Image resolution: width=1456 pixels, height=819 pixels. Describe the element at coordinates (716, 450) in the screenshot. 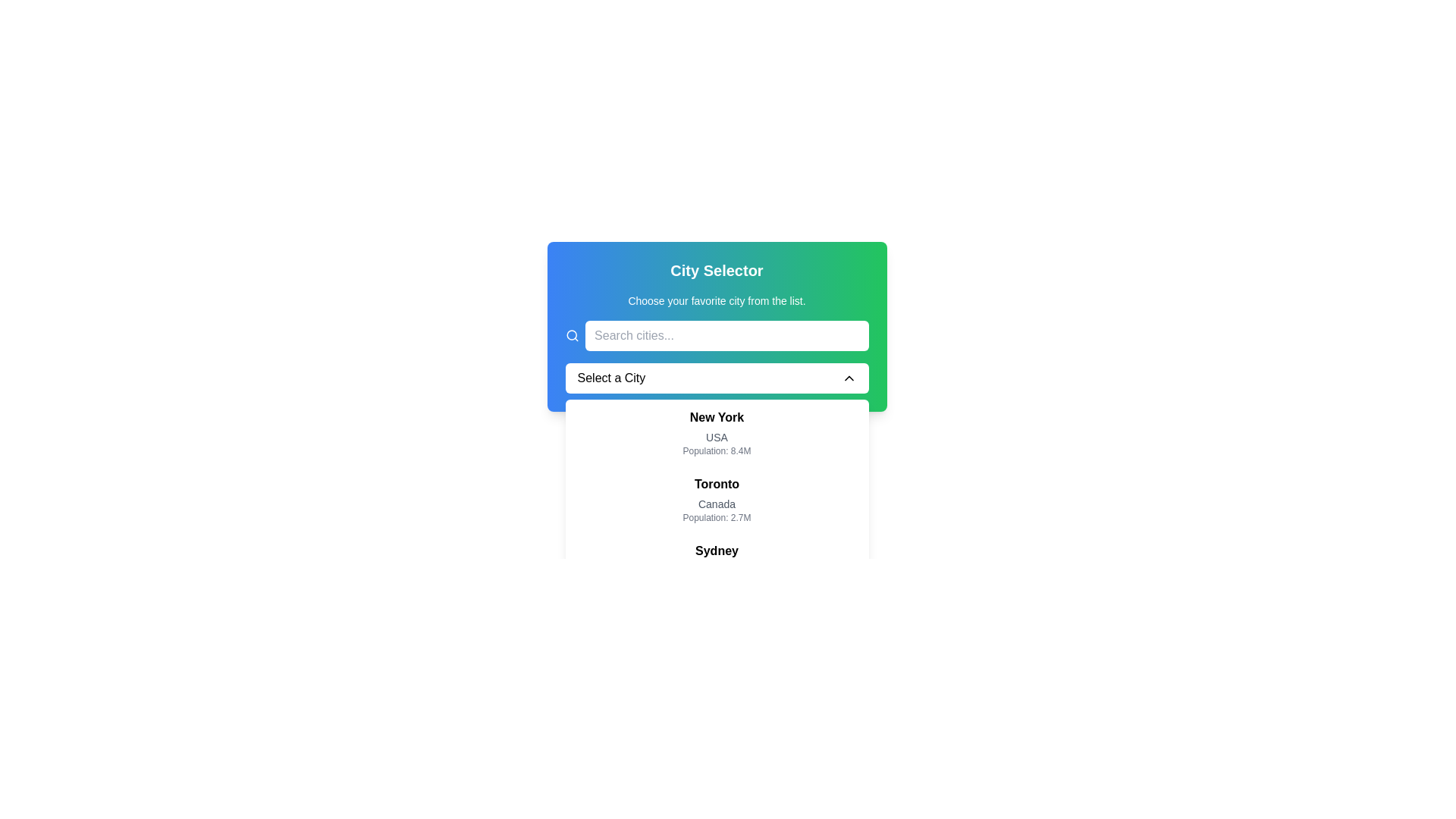

I see `the static text label that displays demographic data about the selected city, located below the 'USA' text in the city selection dropdown` at that location.